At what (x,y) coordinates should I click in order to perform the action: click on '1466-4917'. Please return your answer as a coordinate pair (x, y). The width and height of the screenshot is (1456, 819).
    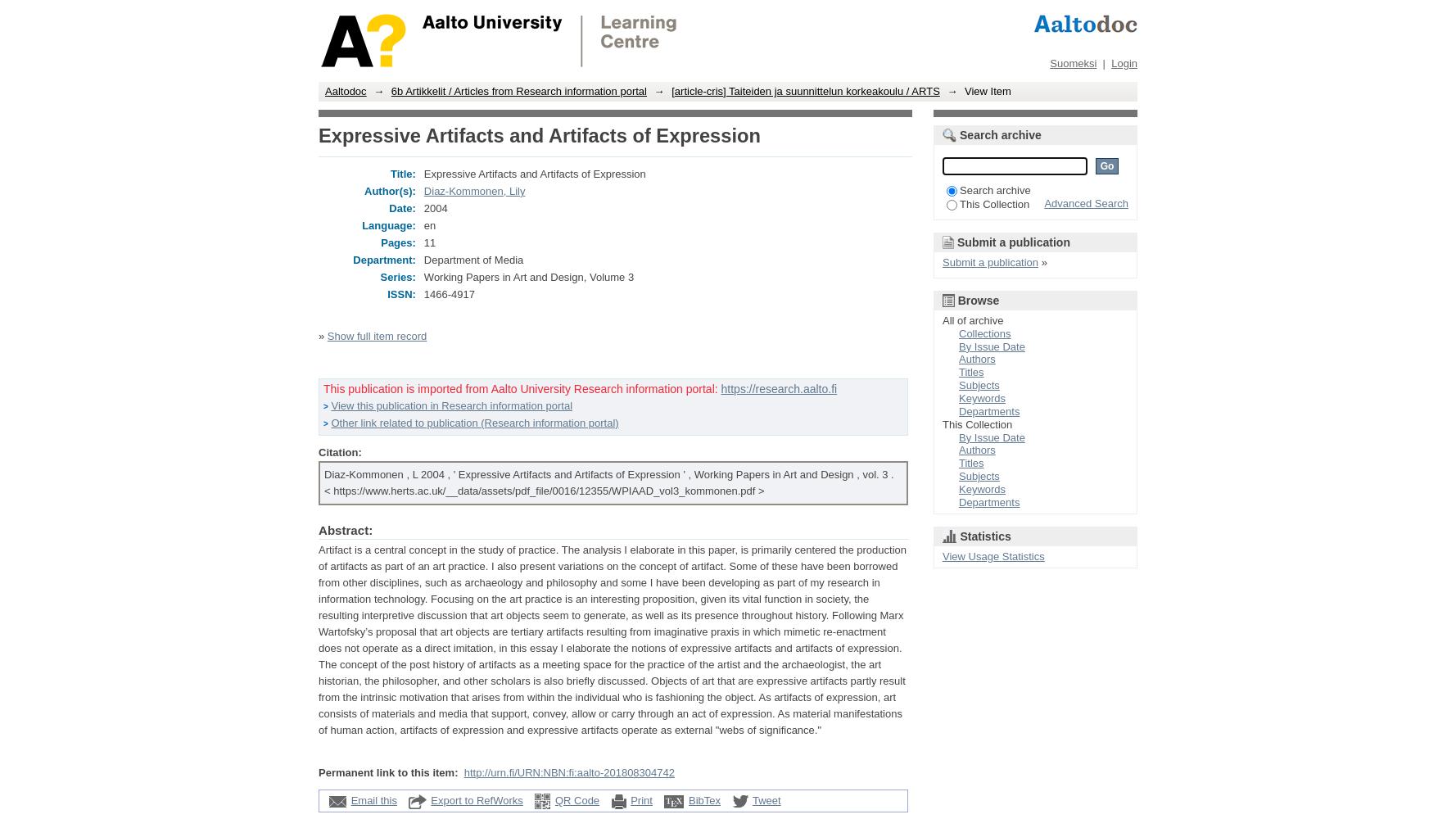
    Looking at the image, I should click on (449, 292).